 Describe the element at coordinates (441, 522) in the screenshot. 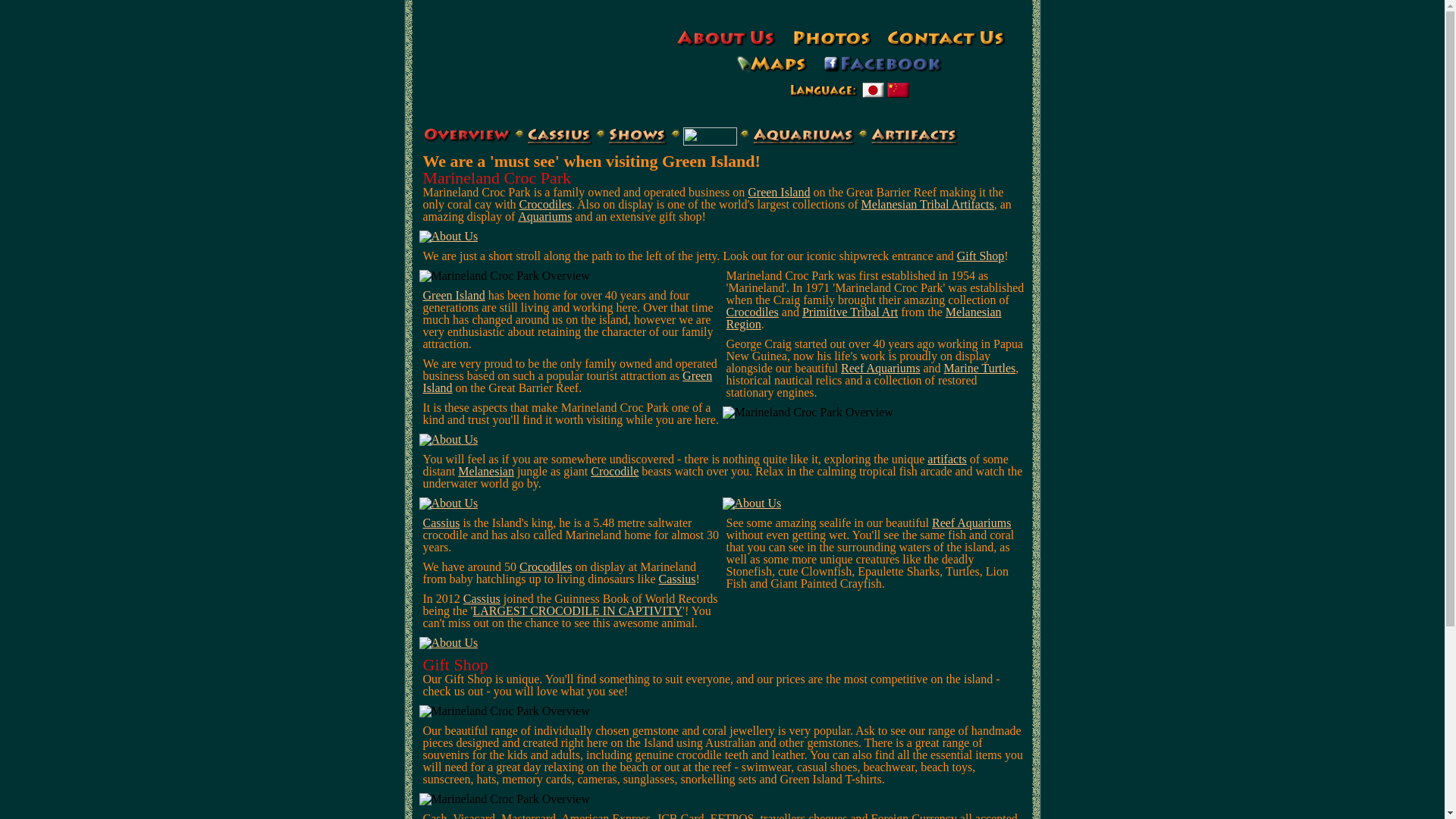

I see `'Cassius'` at that location.